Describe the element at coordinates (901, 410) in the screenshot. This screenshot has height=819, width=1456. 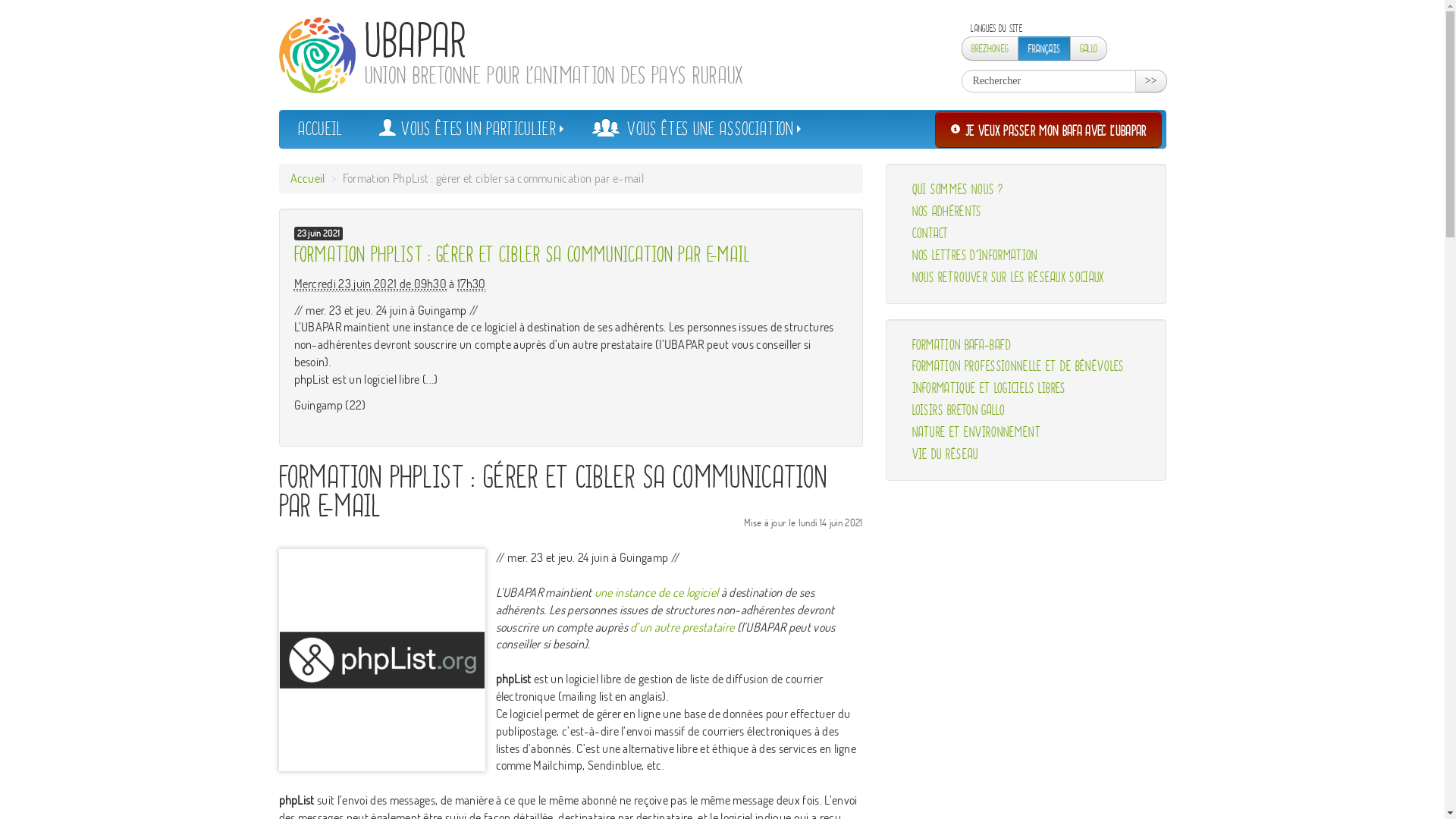
I see `'LOISIRS BRETON GALLO'` at that location.